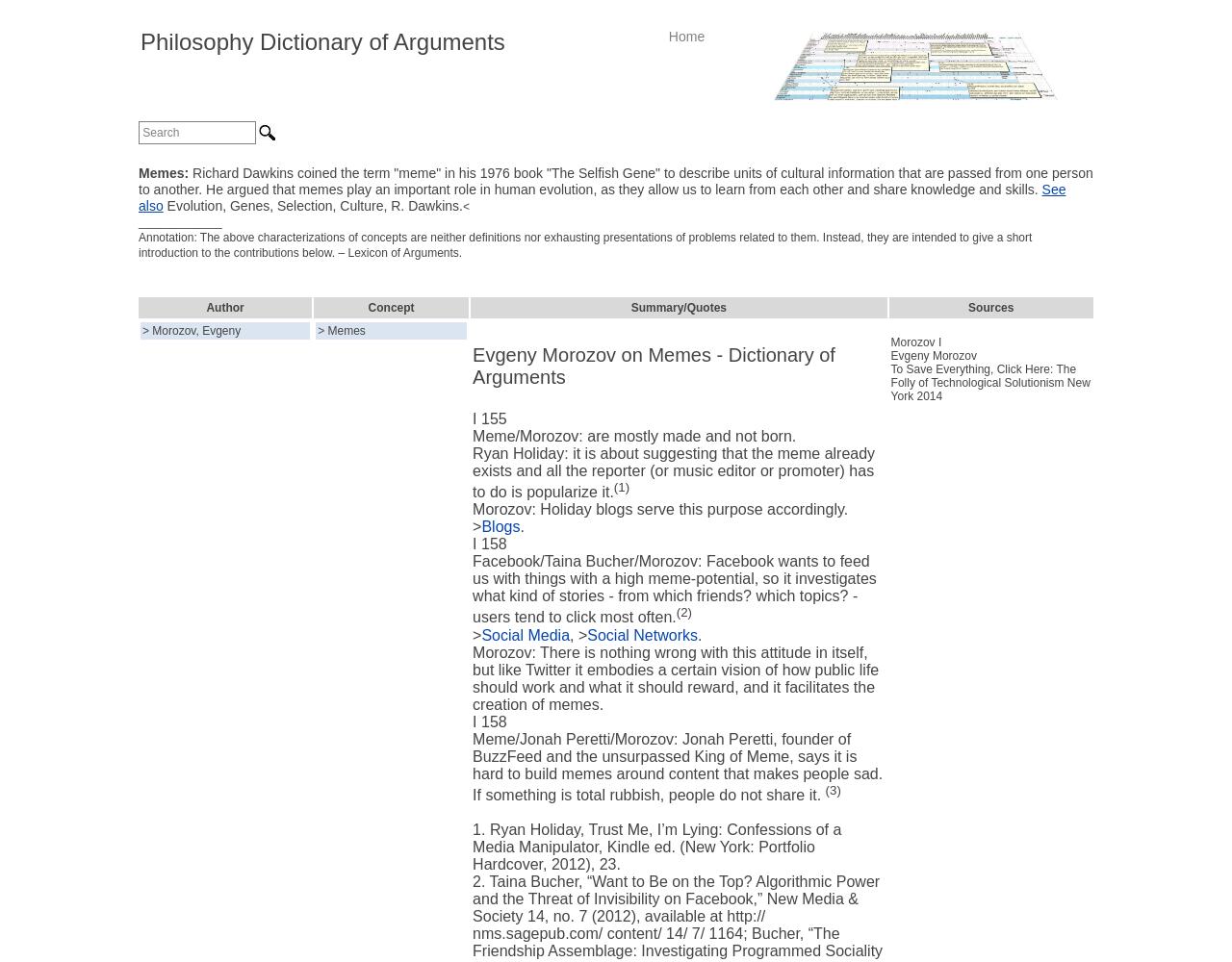  I want to click on '> Memes', so click(341, 330).